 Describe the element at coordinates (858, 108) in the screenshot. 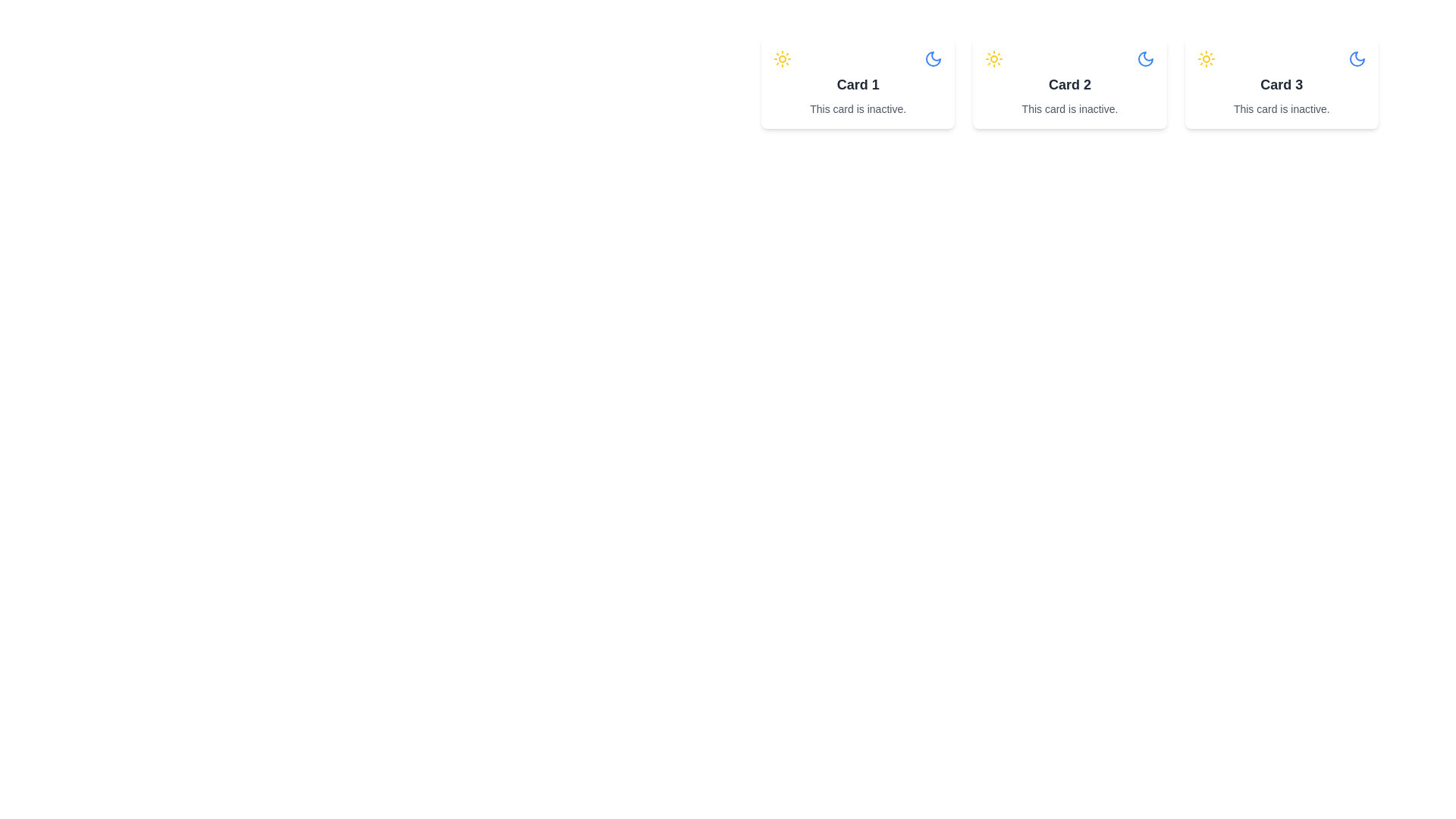

I see `text label stating 'This card is inactive.' located at the bottom of 'Card 1'` at that location.